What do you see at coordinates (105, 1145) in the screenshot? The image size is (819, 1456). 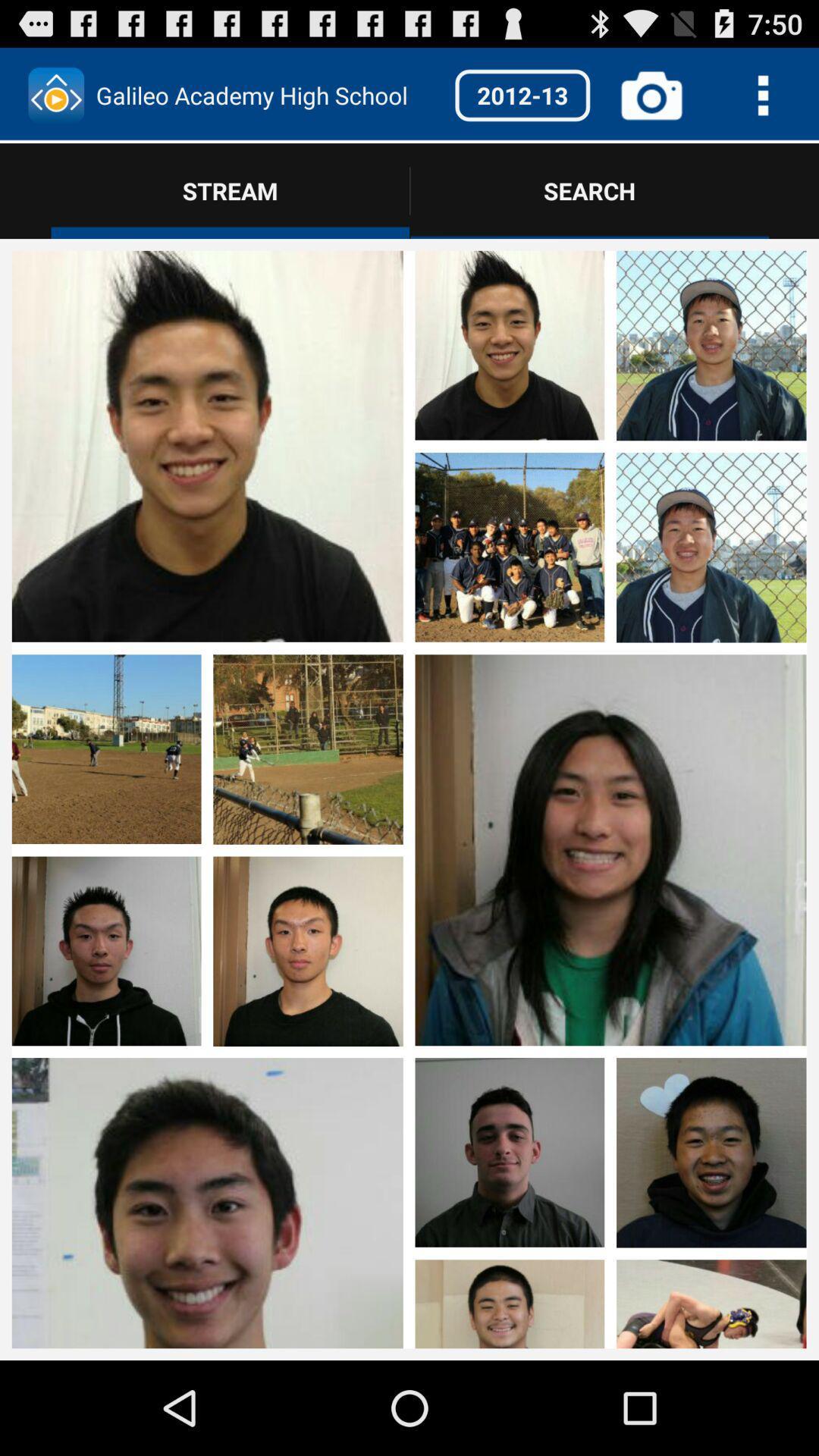 I see `the option` at bounding box center [105, 1145].